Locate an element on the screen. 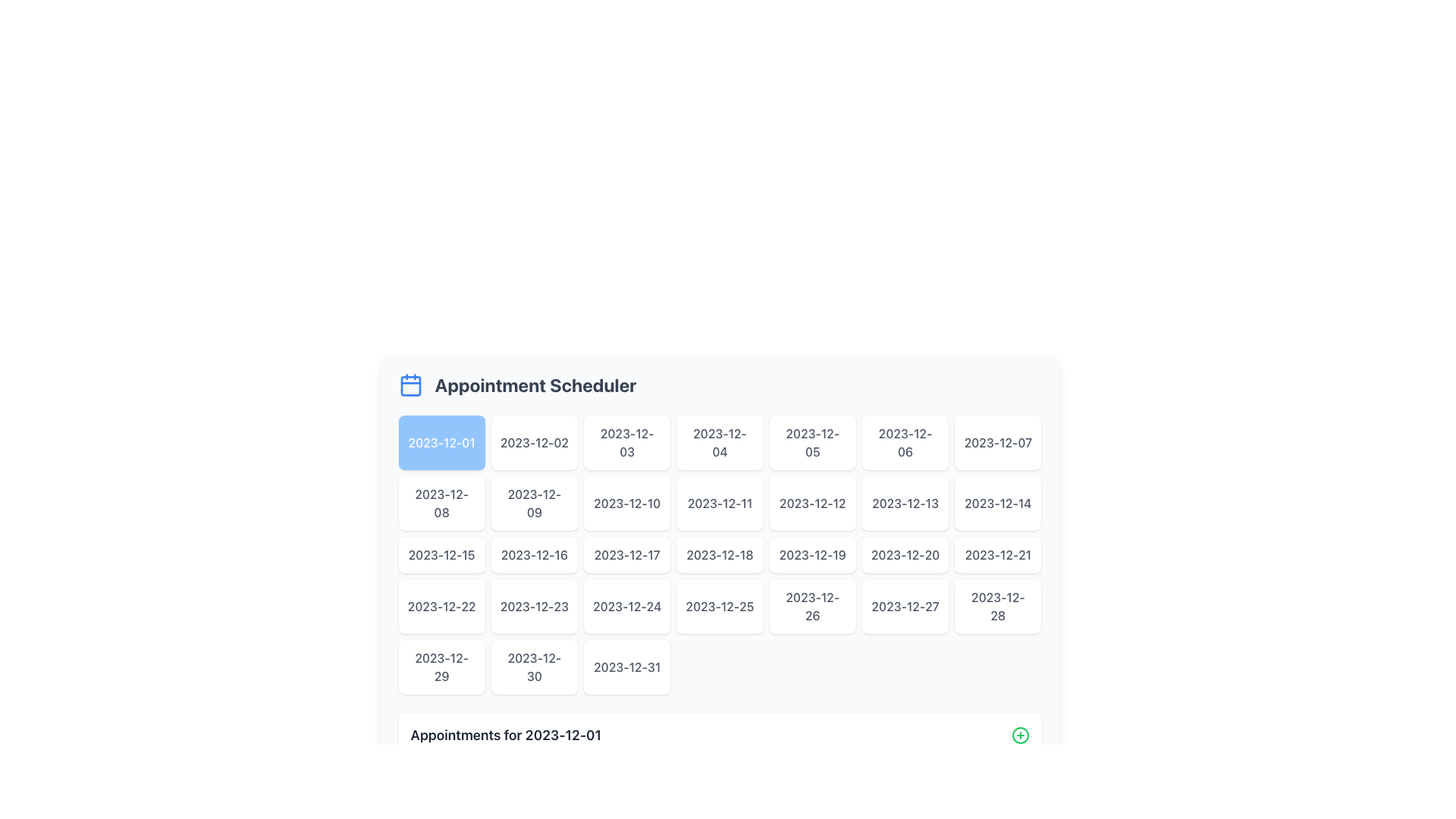 Image resolution: width=1456 pixels, height=819 pixels. the rectangular button displaying the date '2023-12-20' with a light-gray background and dark-gray text is located at coordinates (905, 555).